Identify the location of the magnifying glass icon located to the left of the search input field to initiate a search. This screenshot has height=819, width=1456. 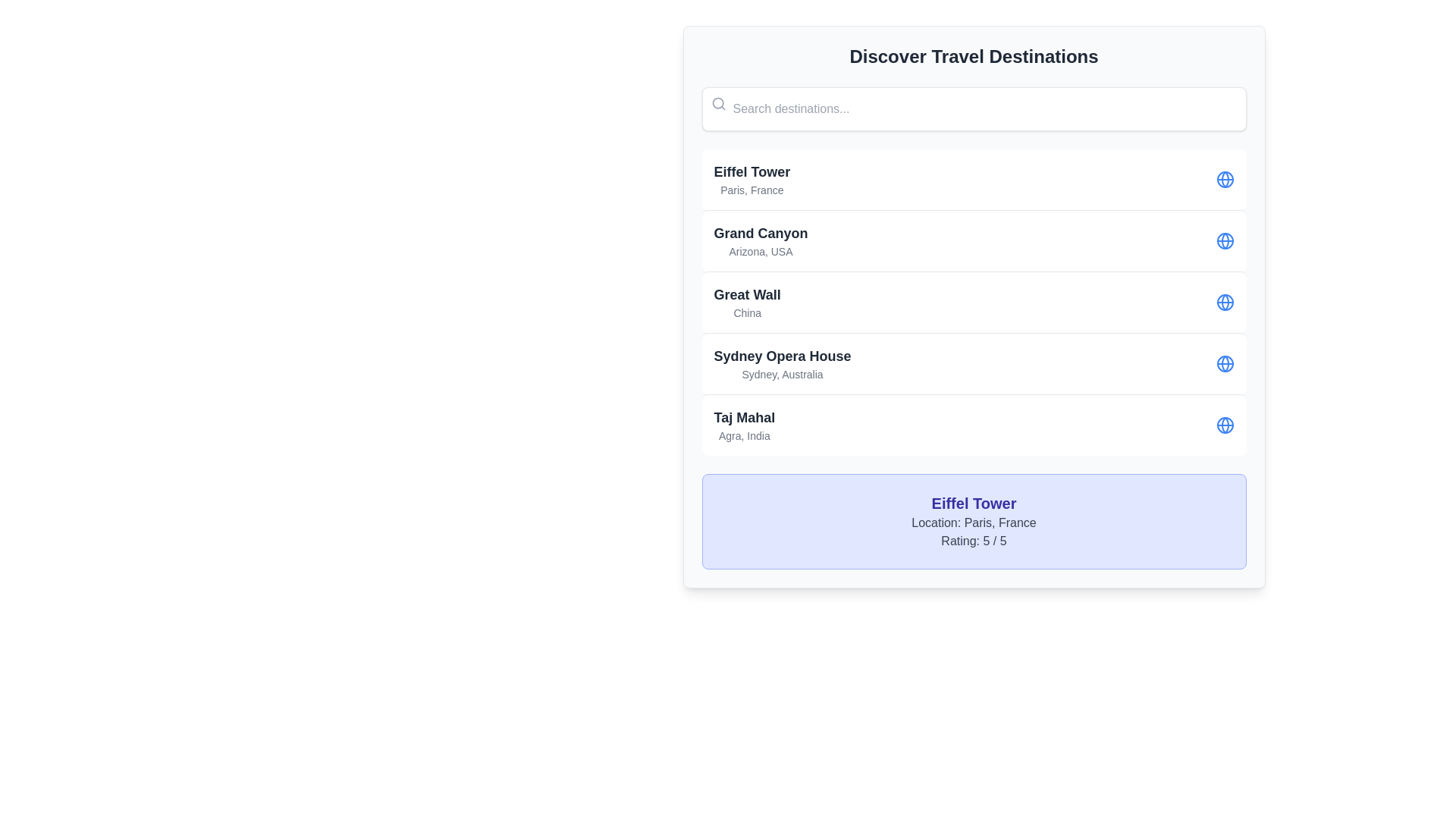
(717, 103).